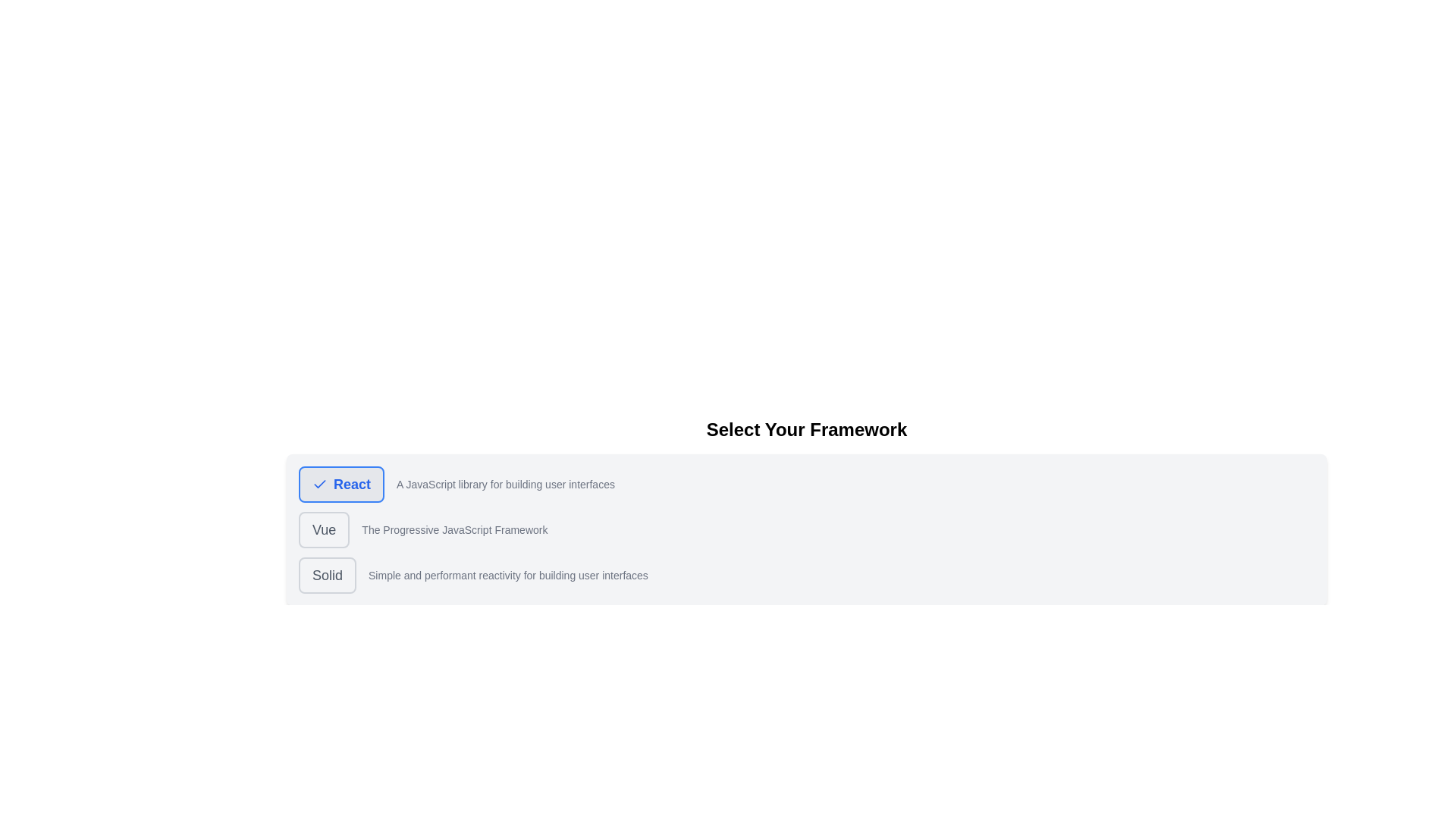 The width and height of the screenshot is (1456, 819). What do you see at coordinates (327, 576) in the screenshot?
I see `the 'Solid' button, which is a rectangular button with rounded corners, light gray border, and soft gray background, positioned as the leftmost button in a row of options` at bounding box center [327, 576].